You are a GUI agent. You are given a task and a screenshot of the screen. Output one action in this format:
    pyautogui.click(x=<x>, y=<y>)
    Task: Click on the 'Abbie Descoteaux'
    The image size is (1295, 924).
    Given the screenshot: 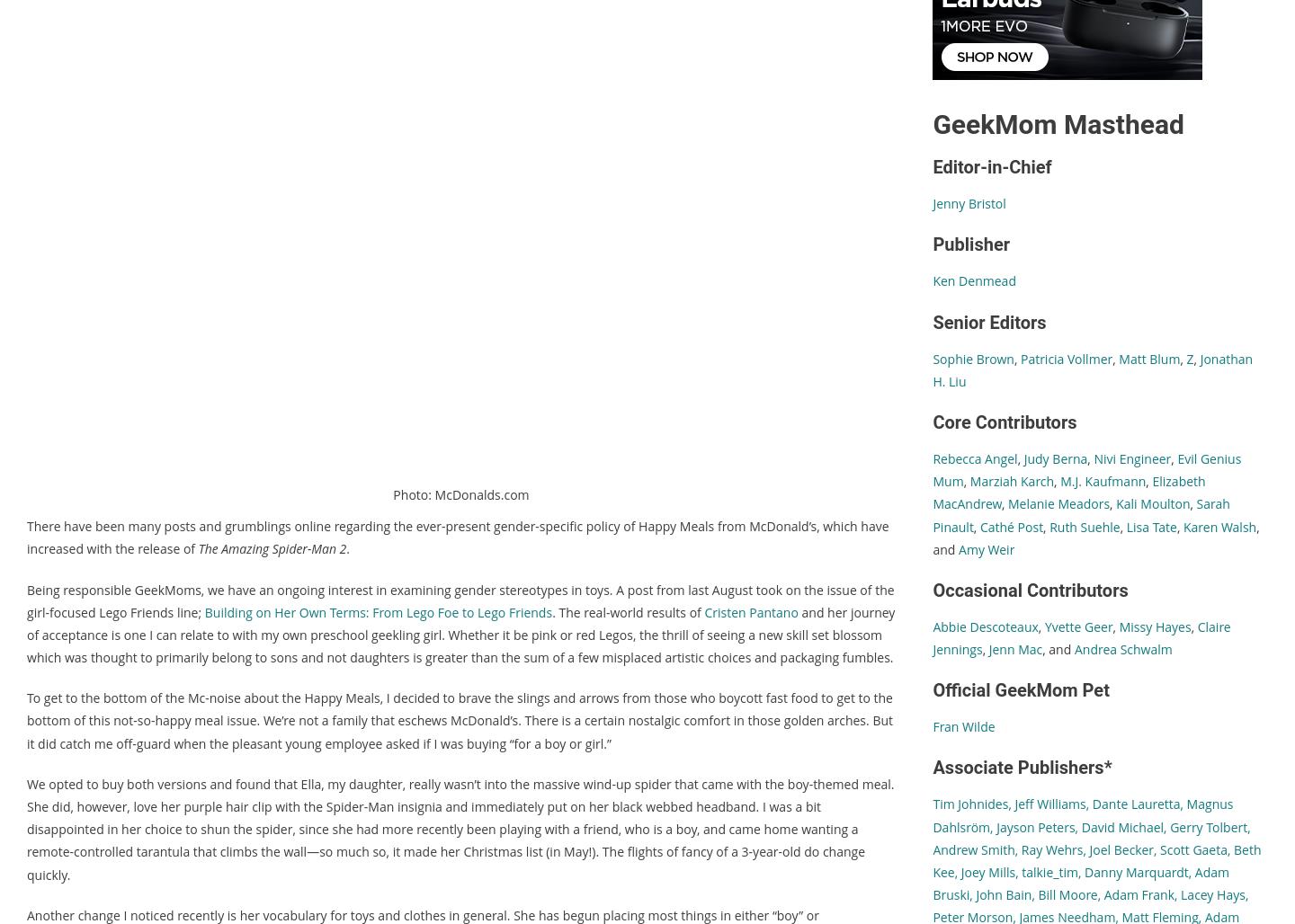 What is the action you would take?
    pyautogui.click(x=984, y=626)
    